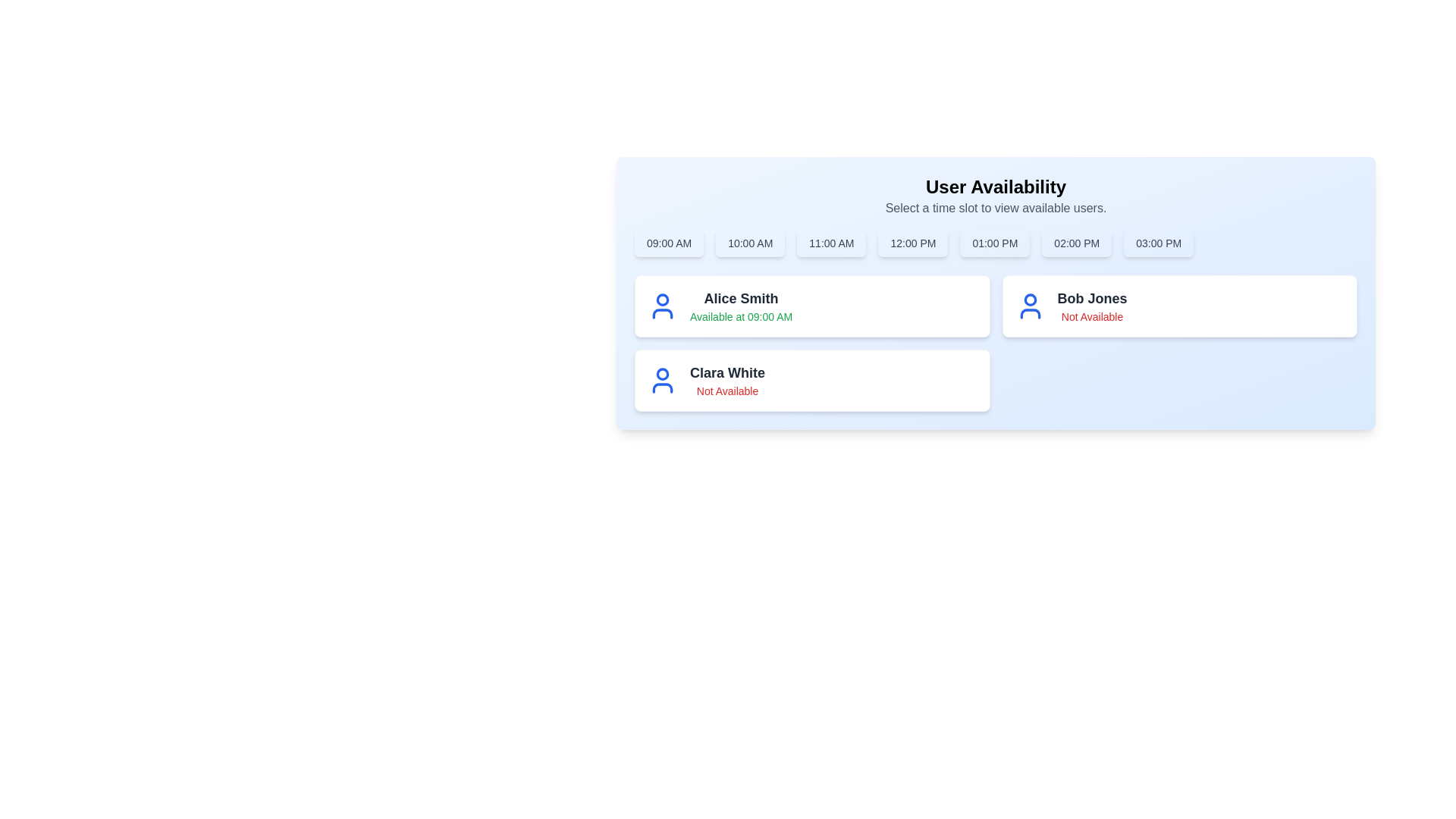 Image resolution: width=1456 pixels, height=819 pixels. Describe the element at coordinates (741, 315) in the screenshot. I see `the static text label that indicates the availability time of 'Alice Smith' at 09:00 AM, located under her name in the user availability list` at that location.